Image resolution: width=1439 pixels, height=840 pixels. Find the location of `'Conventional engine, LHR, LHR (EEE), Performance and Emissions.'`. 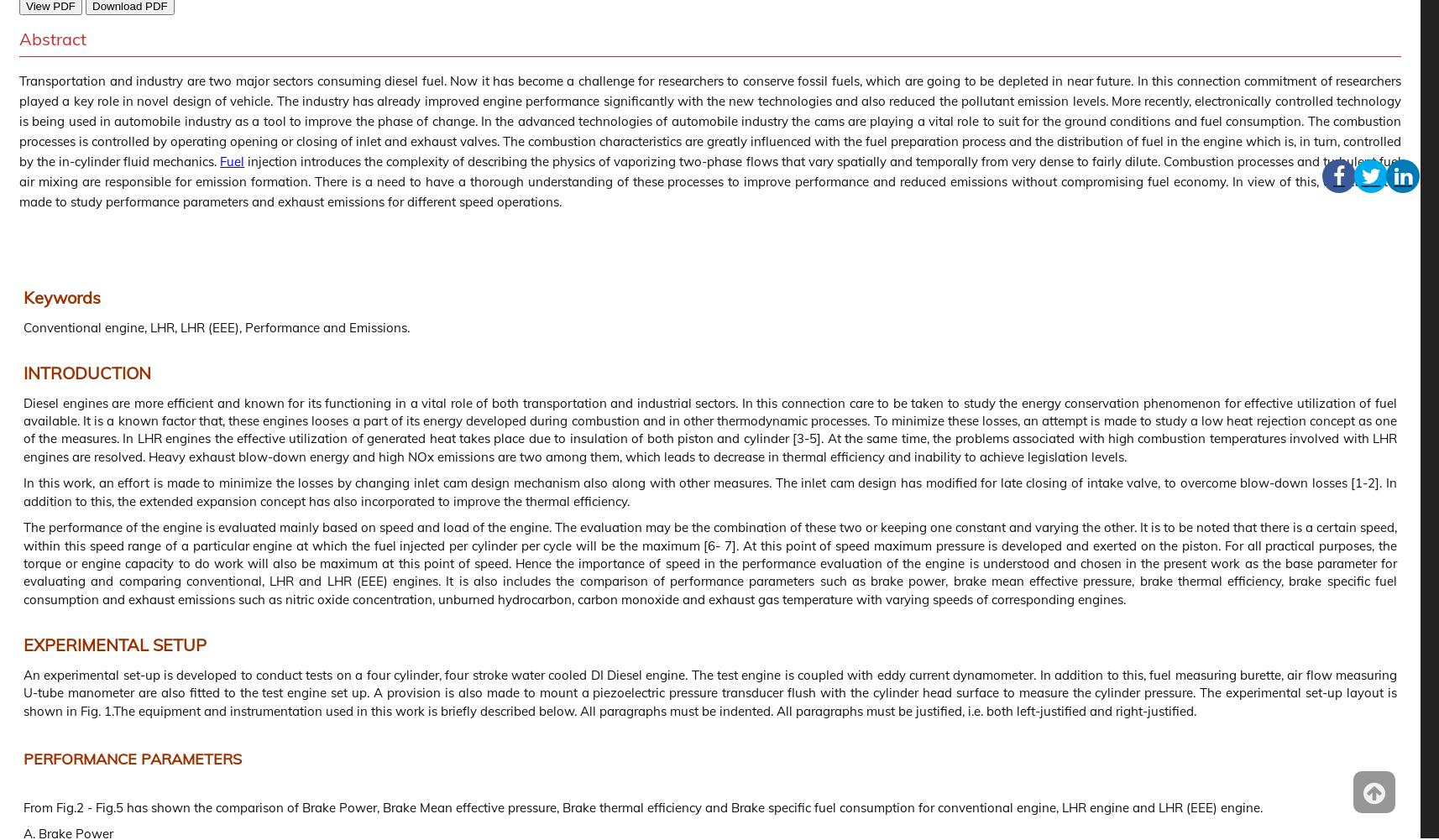

'Conventional engine, LHR, LHR (EEE), Performance and Emissions.' is located at coordinates (216, 326).